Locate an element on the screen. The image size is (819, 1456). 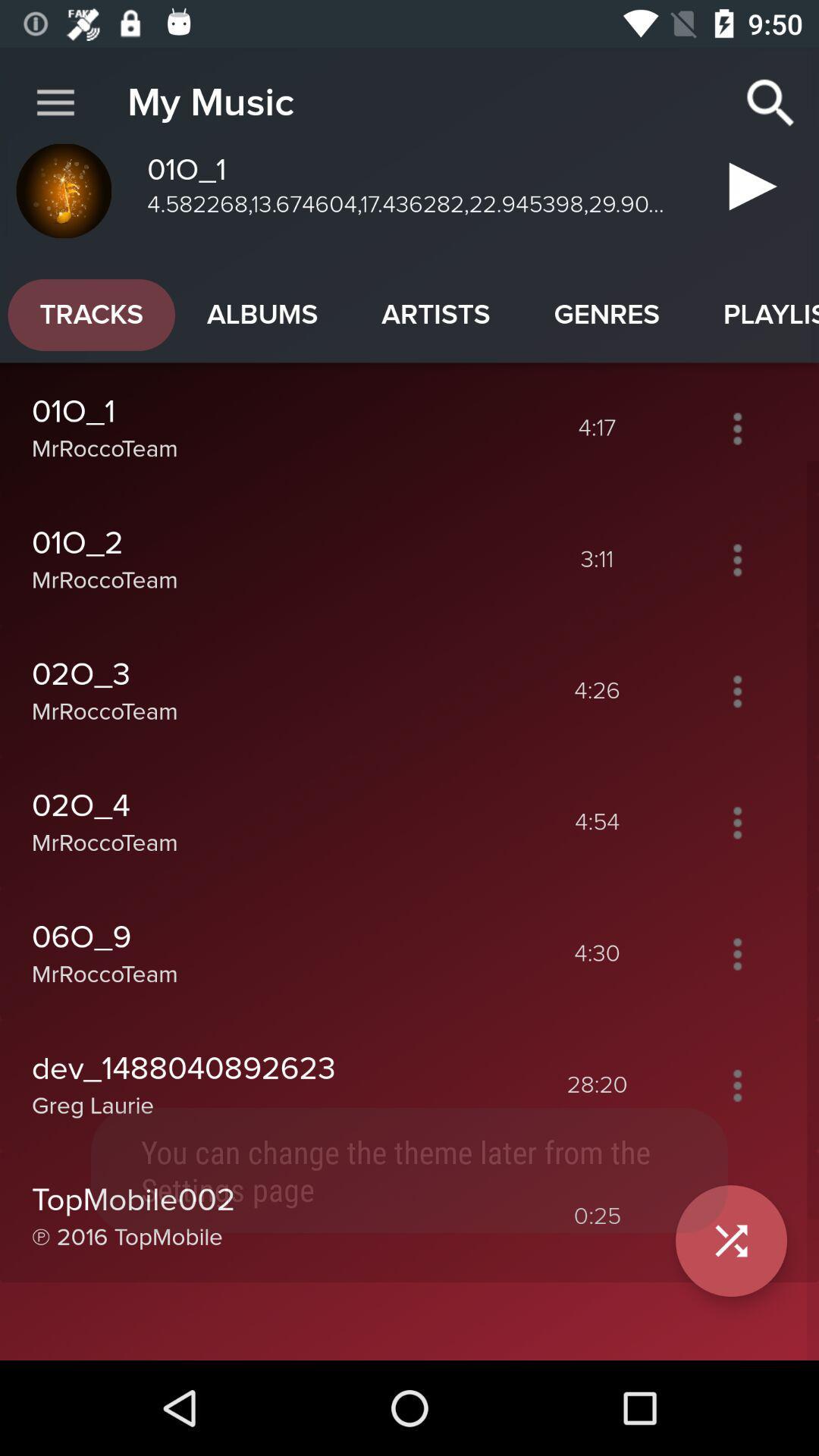
the app to the left of the albums is located at coordinates (91, 314).